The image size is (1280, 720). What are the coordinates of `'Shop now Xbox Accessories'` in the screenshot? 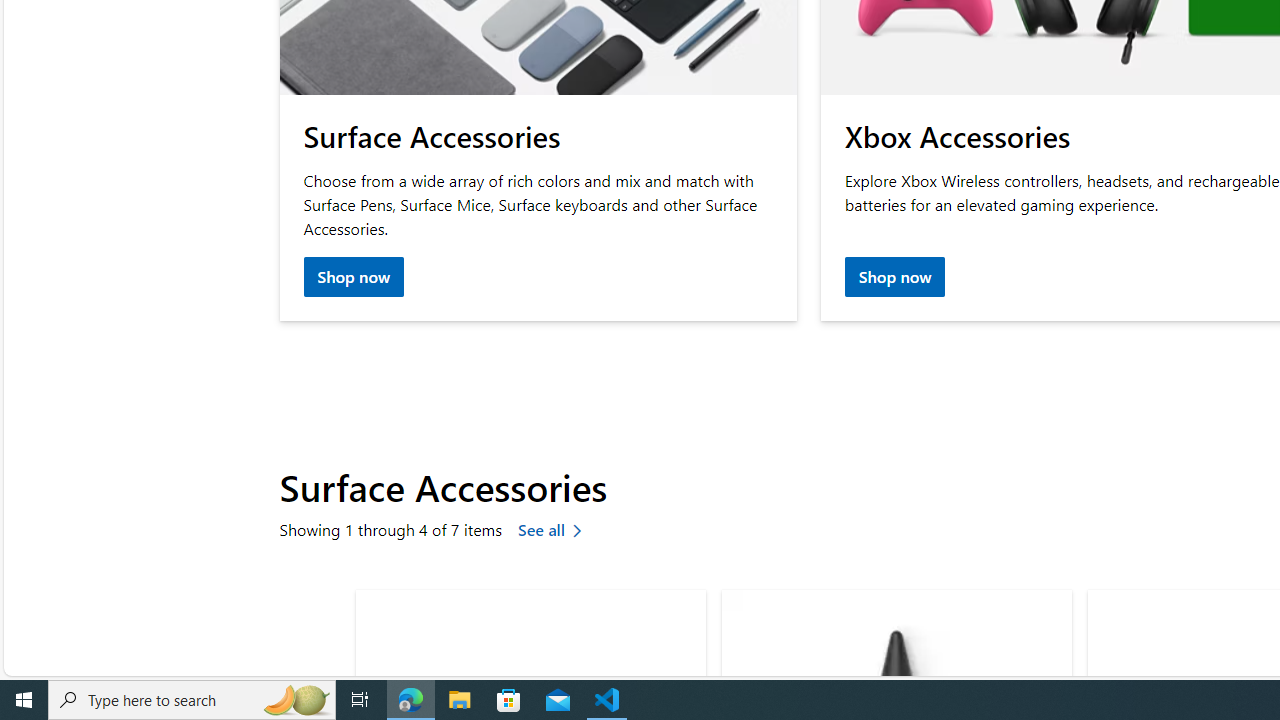 It's located at (893, 278).